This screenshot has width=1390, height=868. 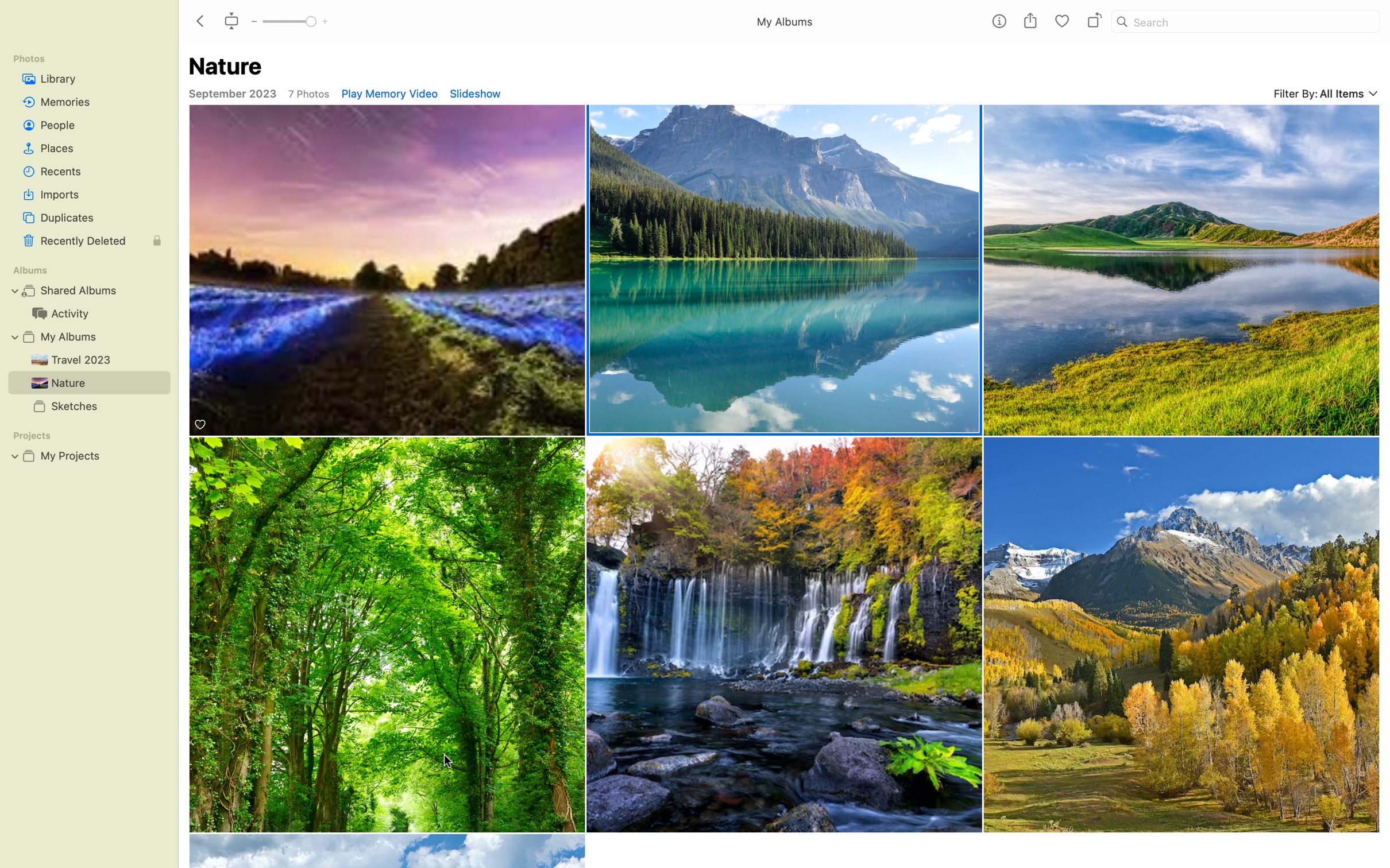 I want to click on Double click on the photo containing bioluminescence, so click(x=387, y=271).